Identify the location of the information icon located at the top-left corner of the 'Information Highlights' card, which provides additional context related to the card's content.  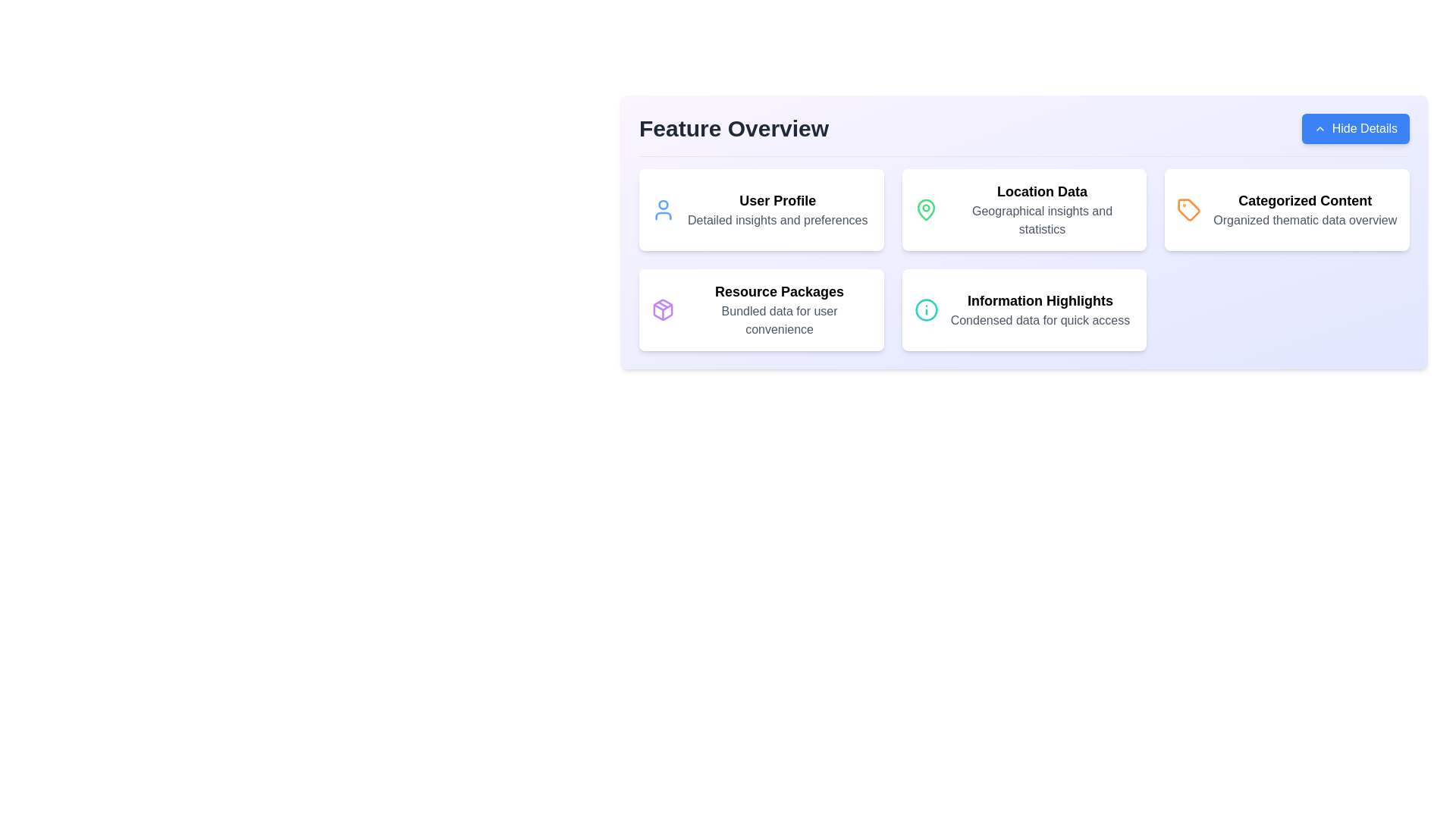
(925, 309).